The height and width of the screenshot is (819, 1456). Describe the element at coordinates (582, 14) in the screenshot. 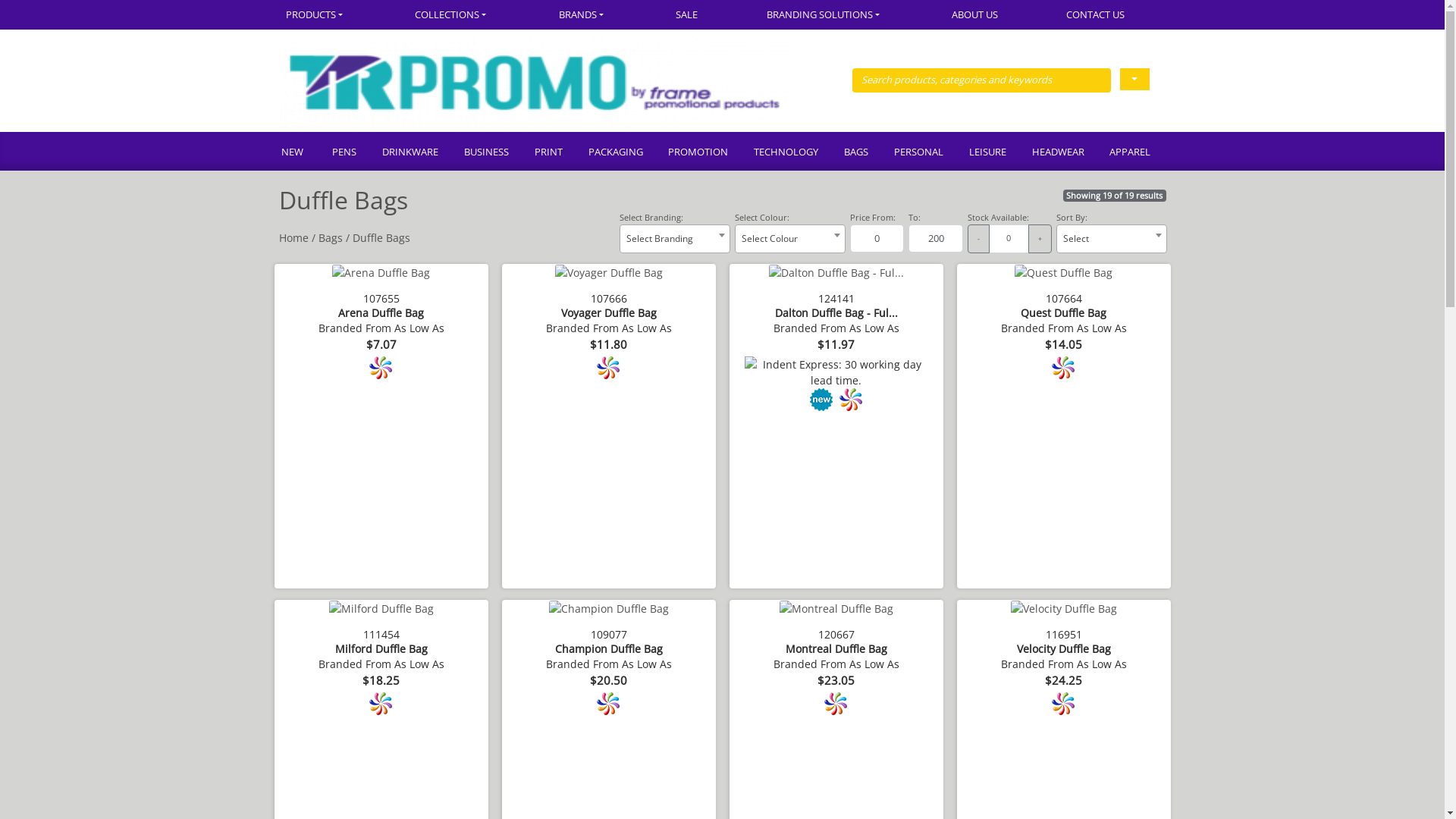

I see `'BRANDS'` at that location.